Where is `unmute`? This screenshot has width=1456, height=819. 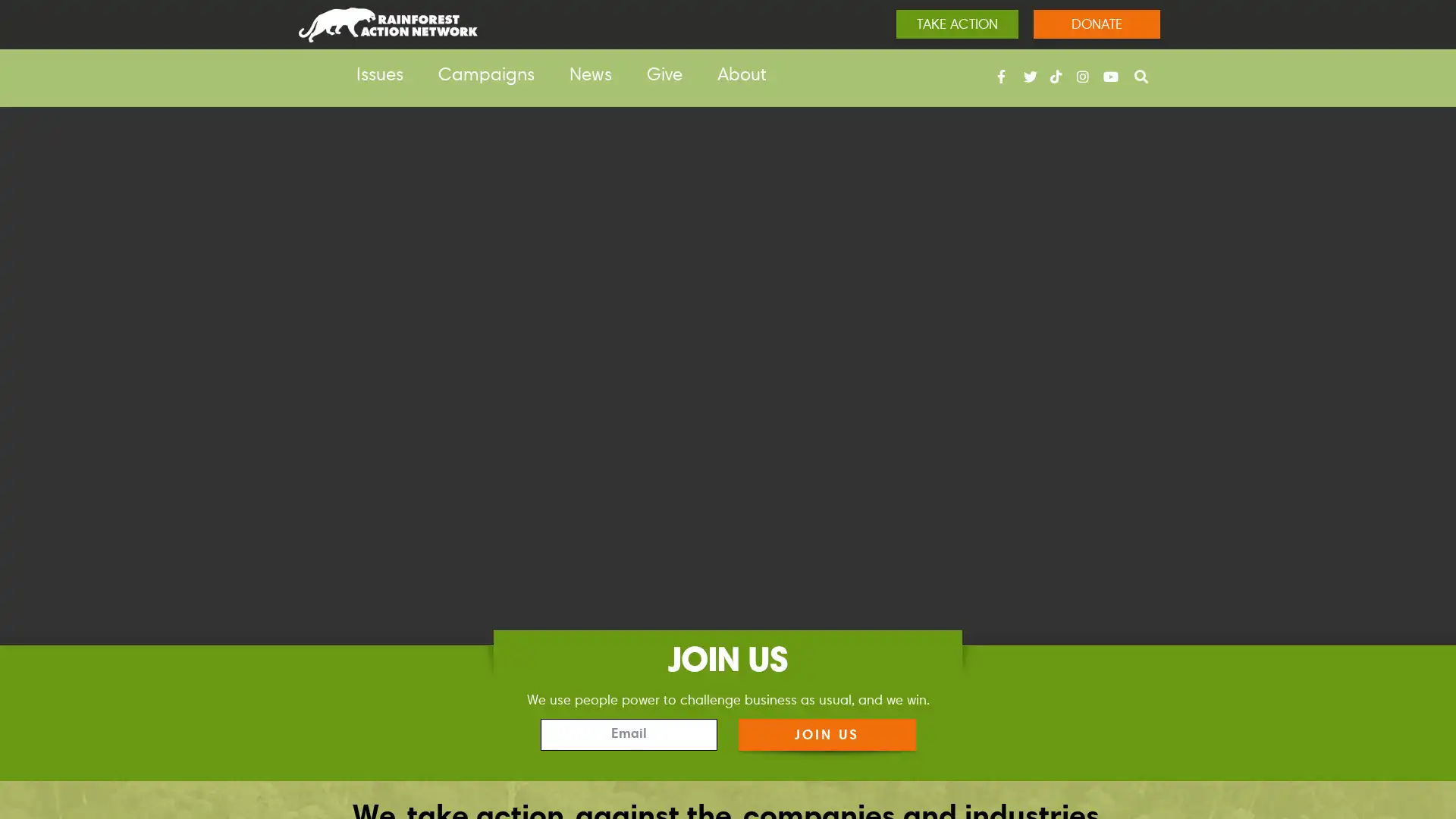 unmute is located at coordinates (1321, 739).